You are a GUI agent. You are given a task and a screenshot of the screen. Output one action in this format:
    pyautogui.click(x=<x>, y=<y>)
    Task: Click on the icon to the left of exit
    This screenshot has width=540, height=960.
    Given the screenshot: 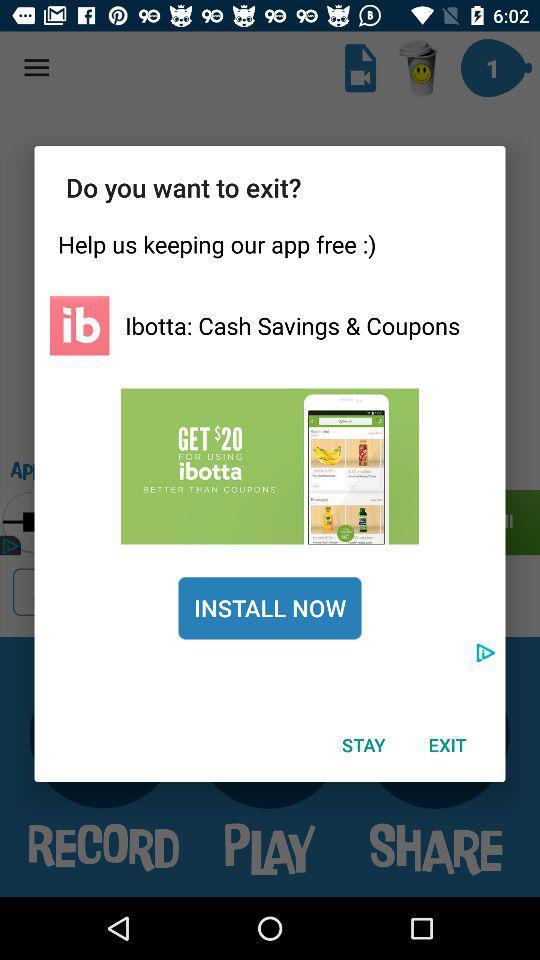 What is the action you would take?
    pyautogui.click(x=362, y=744)
    